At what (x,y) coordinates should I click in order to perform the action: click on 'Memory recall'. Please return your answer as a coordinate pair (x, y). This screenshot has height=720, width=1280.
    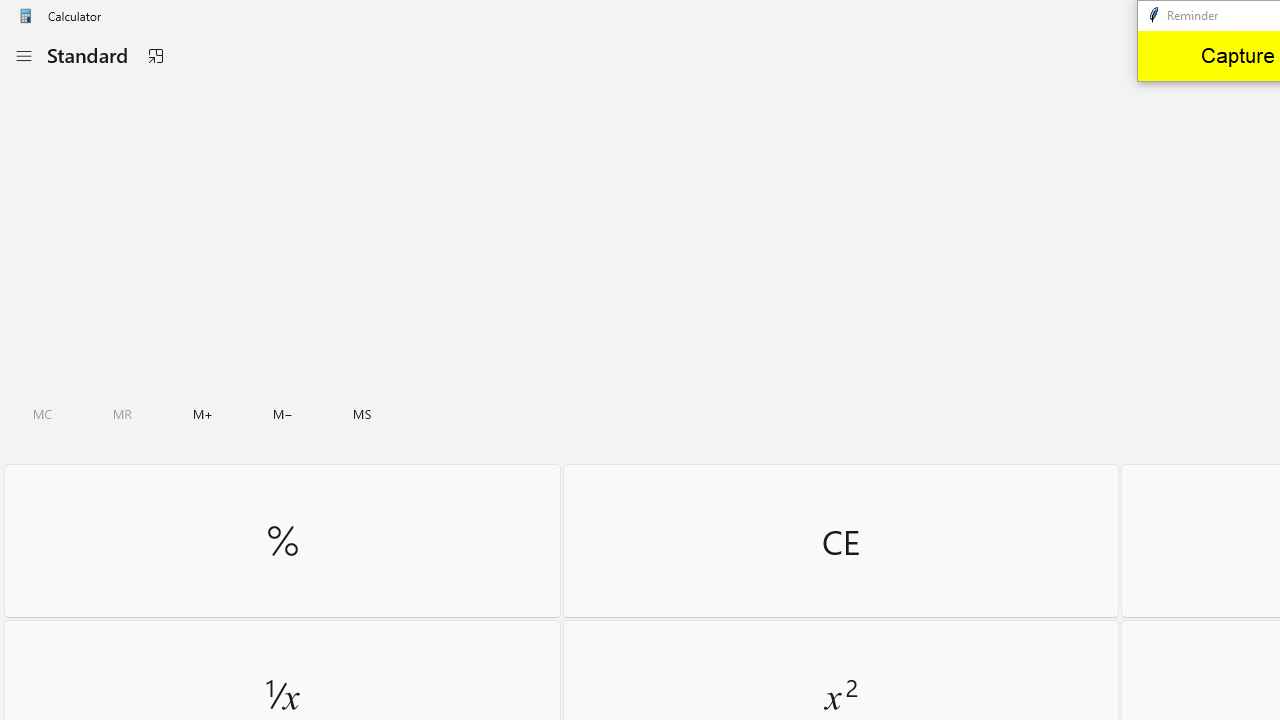
    Looking at the image, I should click on (122, 413).